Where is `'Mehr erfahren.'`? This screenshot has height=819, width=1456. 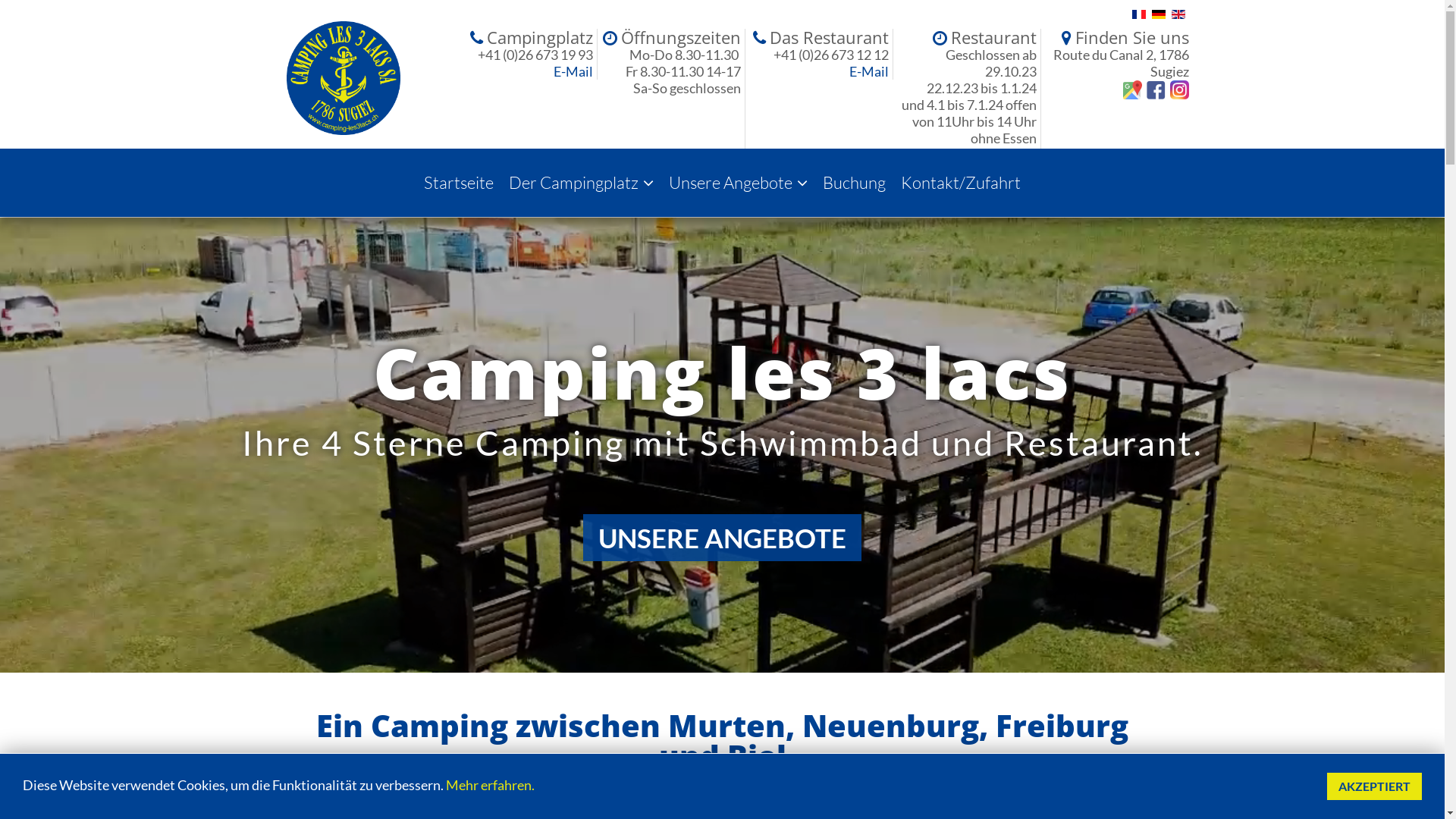 'Mehr erfahren.' is located at coordinates (490, 784).